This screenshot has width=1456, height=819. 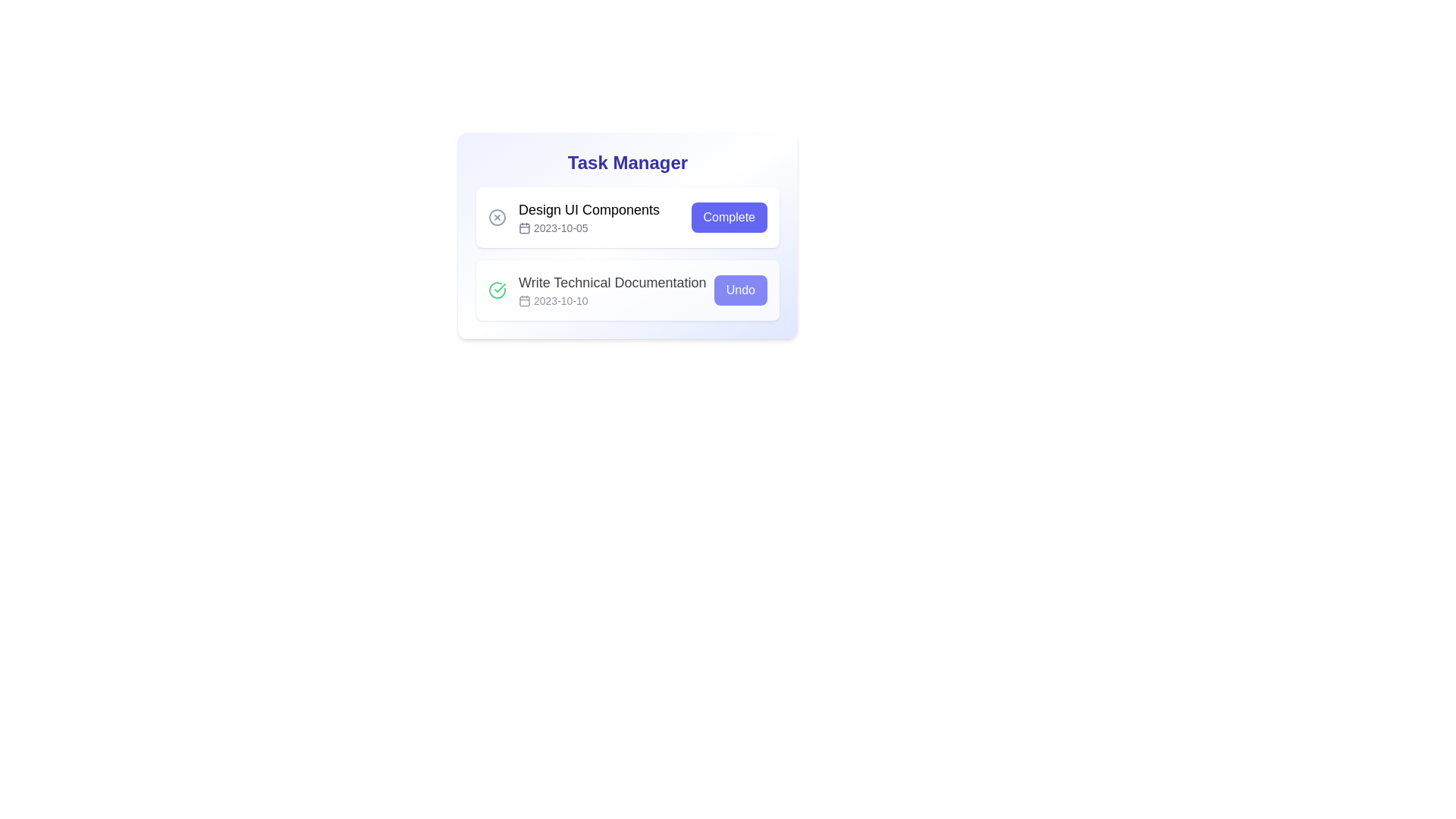 I want to click on the button to toggle the completion status of the task with ID 1, so click(x=729, y=217).